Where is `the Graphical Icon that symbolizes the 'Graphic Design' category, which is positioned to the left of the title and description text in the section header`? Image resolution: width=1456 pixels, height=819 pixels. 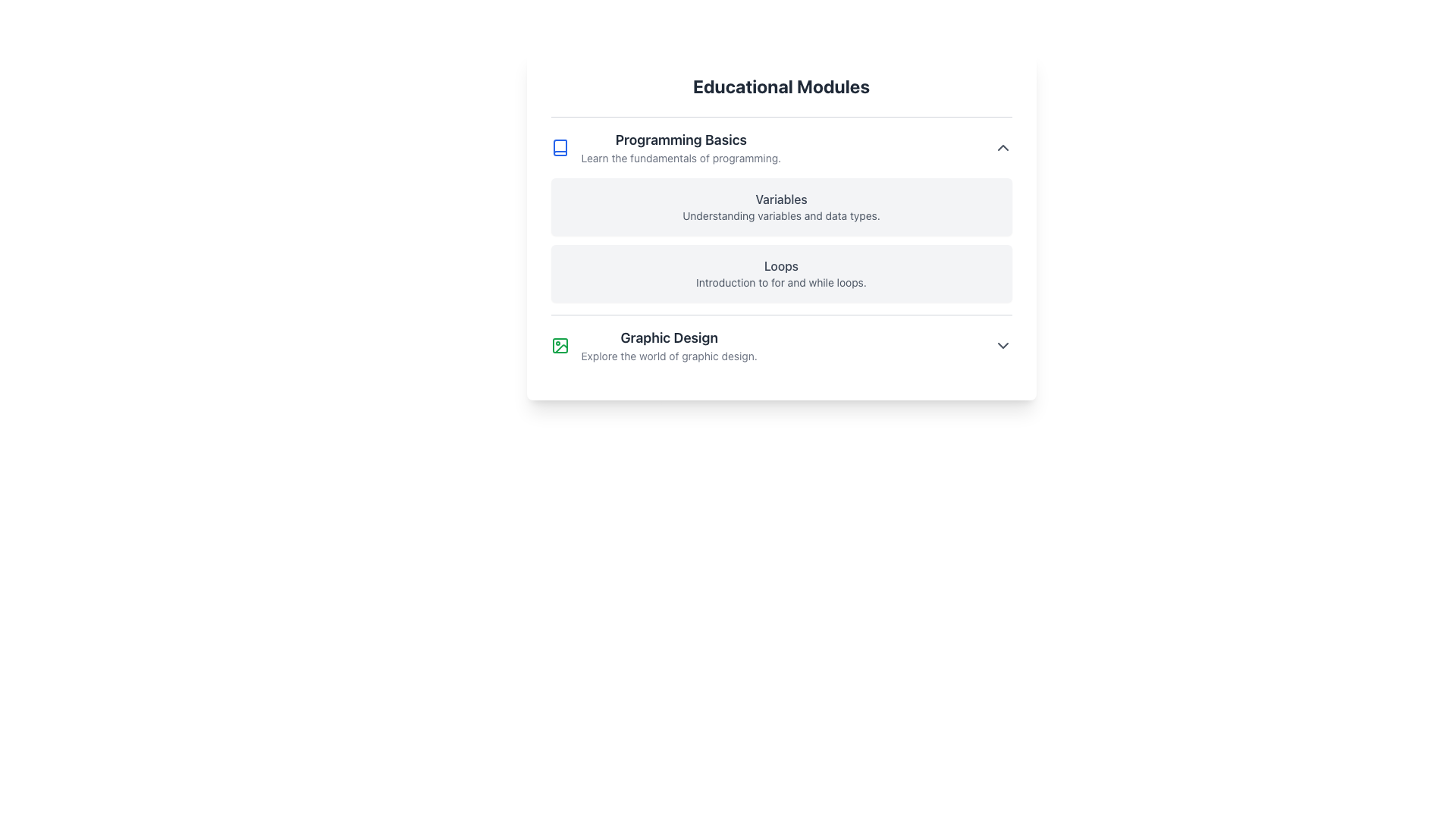
the Graphical Icon that symbolizes the 'Graphic Design' category, which is positioned to the left of the title and description text in the section header is located at coordinates (559, 345).